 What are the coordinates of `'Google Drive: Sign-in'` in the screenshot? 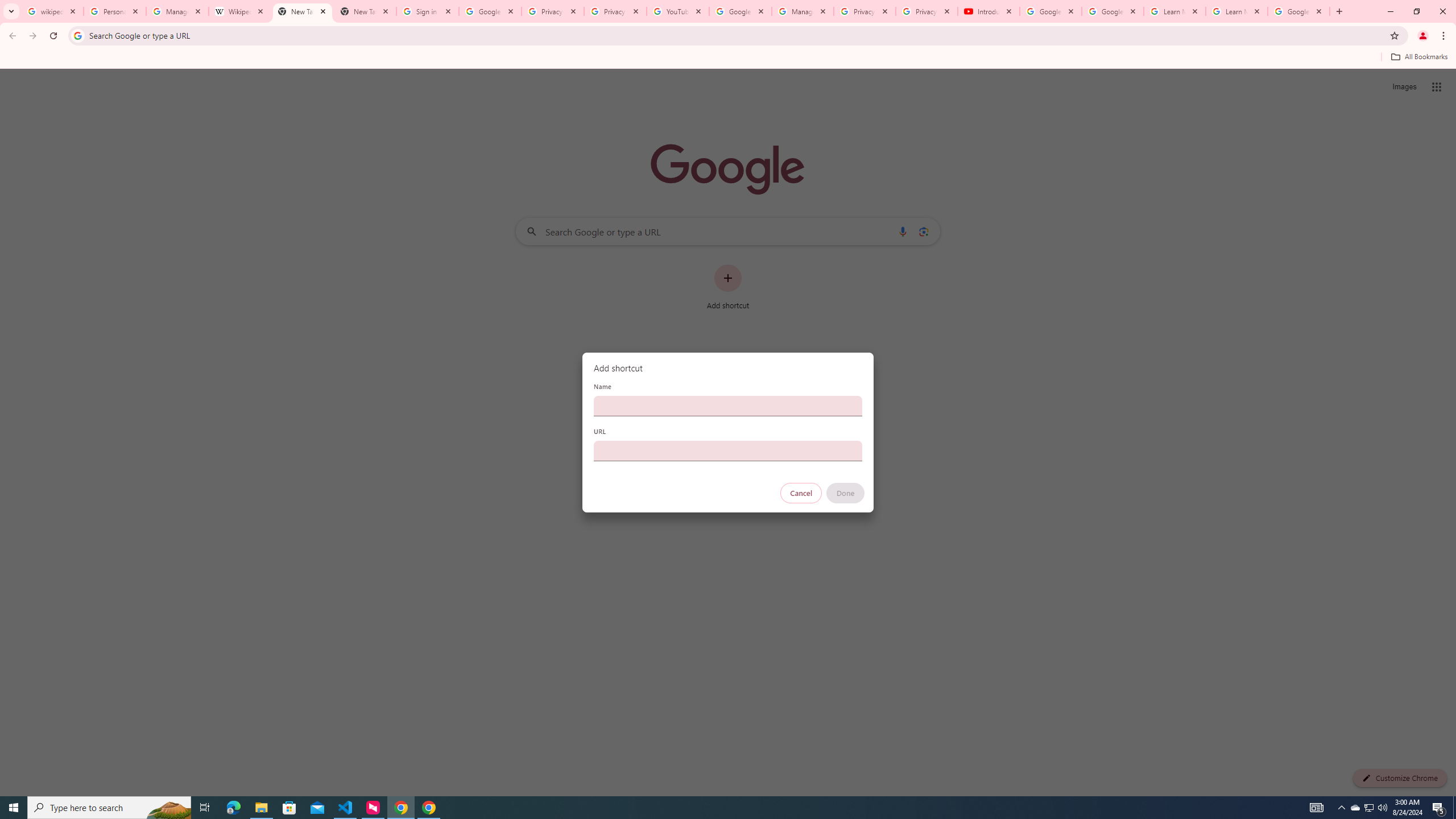 It's located at (490, 11).